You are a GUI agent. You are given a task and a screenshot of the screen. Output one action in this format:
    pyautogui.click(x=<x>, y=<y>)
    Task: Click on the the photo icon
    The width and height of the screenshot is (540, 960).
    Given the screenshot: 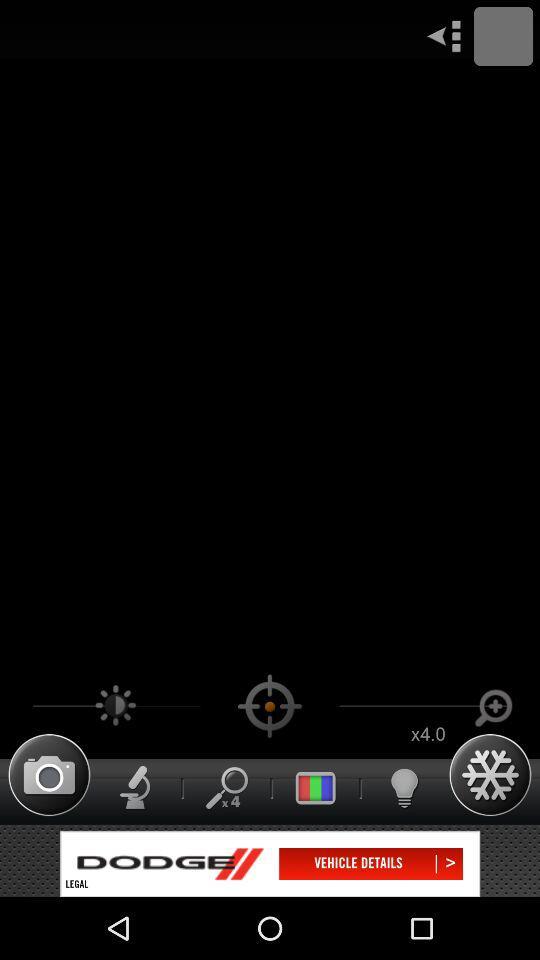 What is the action you would take?
    pyautogui.click(x=49, y=829)
    